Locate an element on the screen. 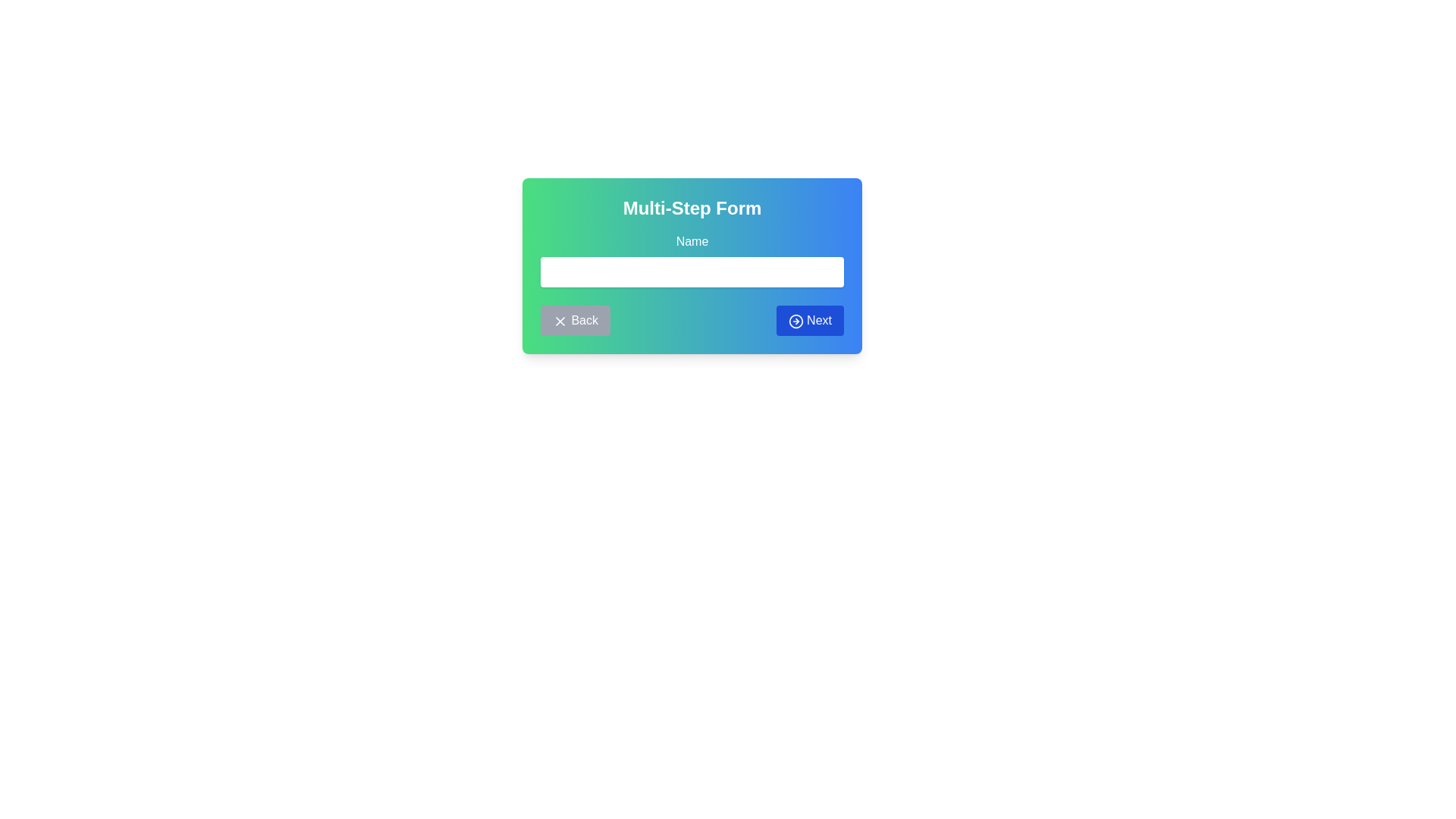 This screenshot has width=1456, height=819. the circular icon with a blue border and white background that has an arrow pointing to the right, which is part of the 'Next' button located in the lower-right corner of the 'Multi-Step Form' section is located at coordinates (795, 320).